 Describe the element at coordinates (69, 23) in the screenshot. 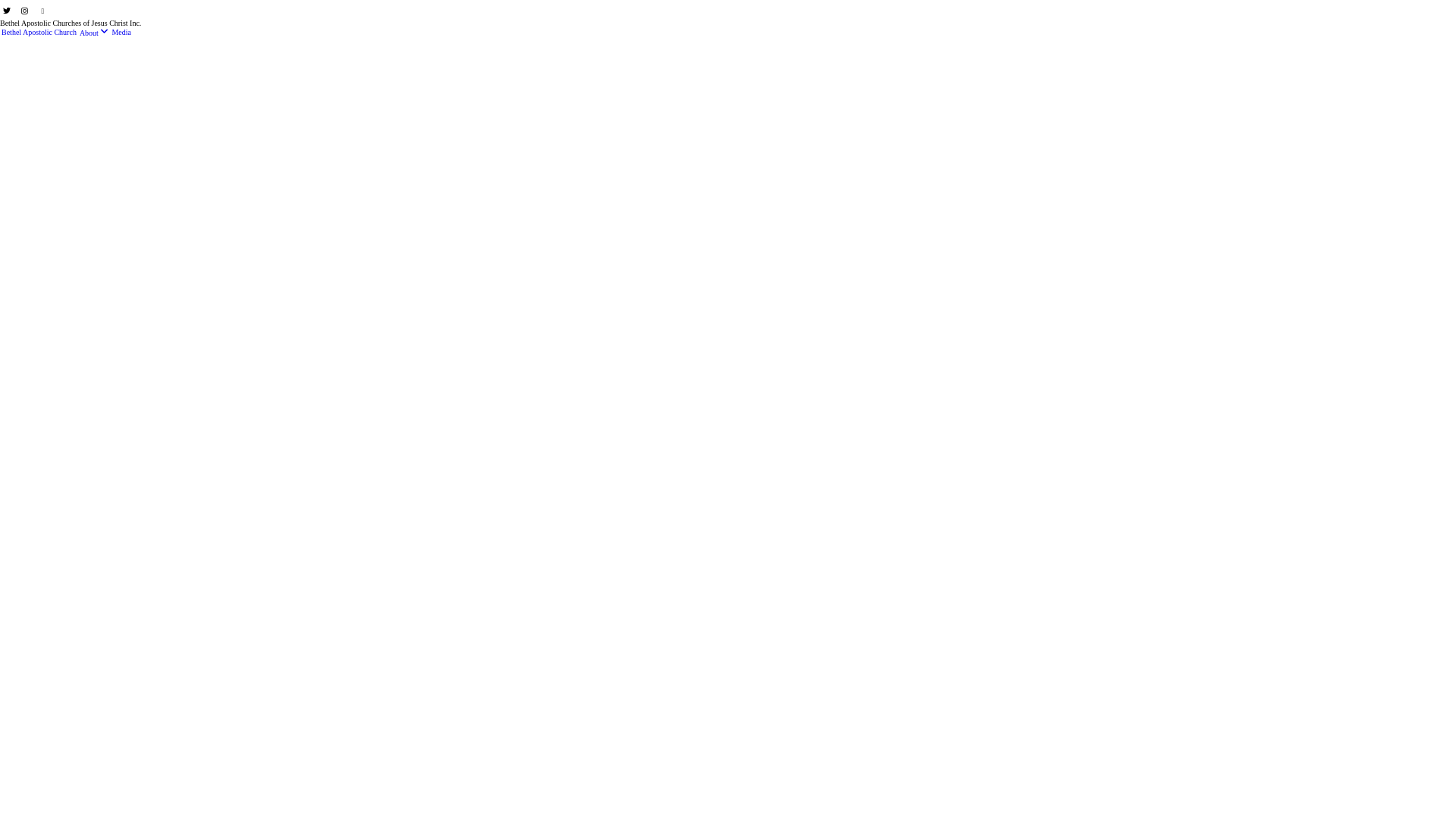

I see `'Bethel Apostolic Churches of Jesus Christ Inc.'` at that location.